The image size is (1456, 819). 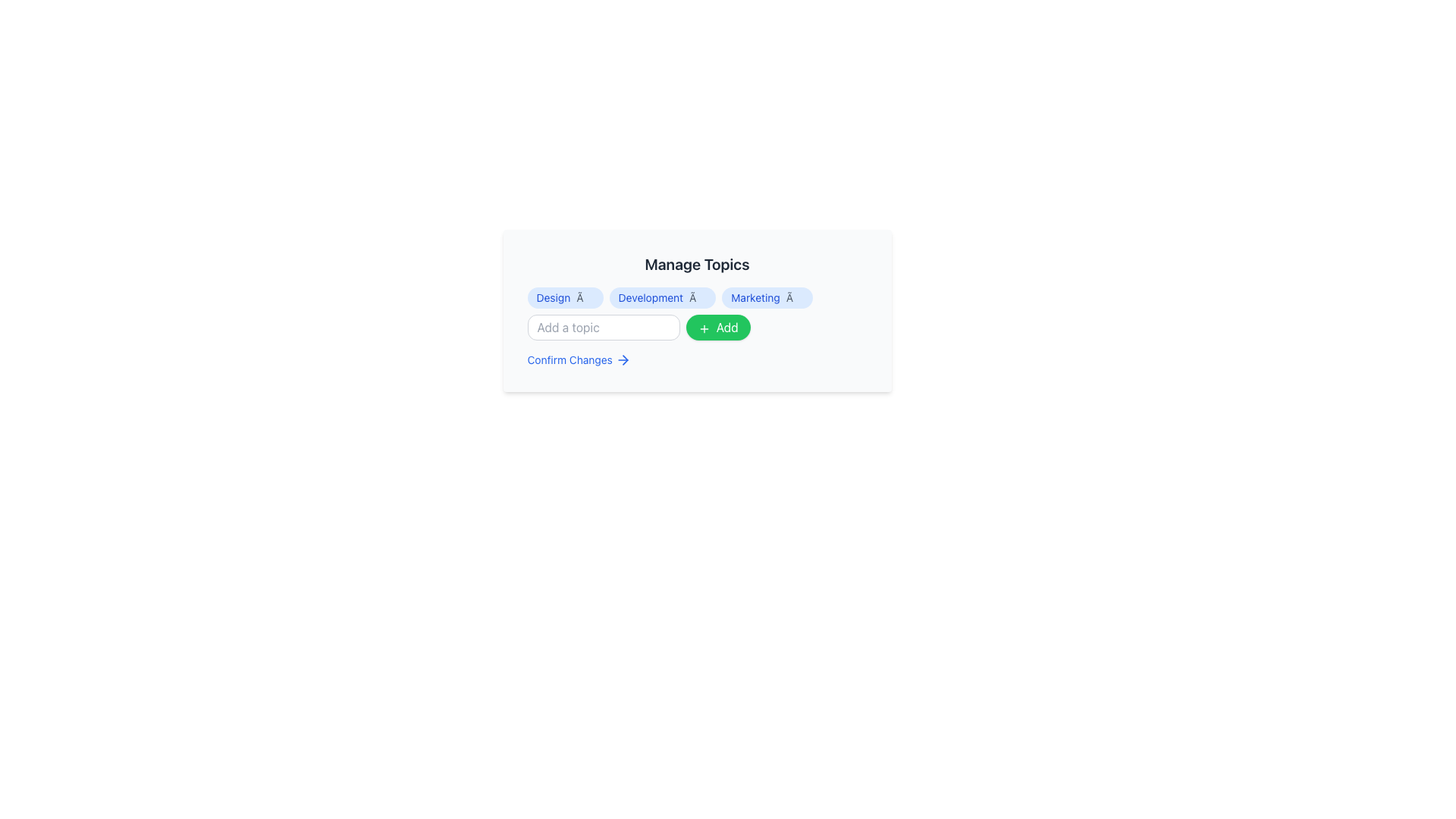 I want to click on the 'Marketing' tag which is the third tag in the topic tags section, displaying blue text on a light blue background, so click(x=755, y=298).